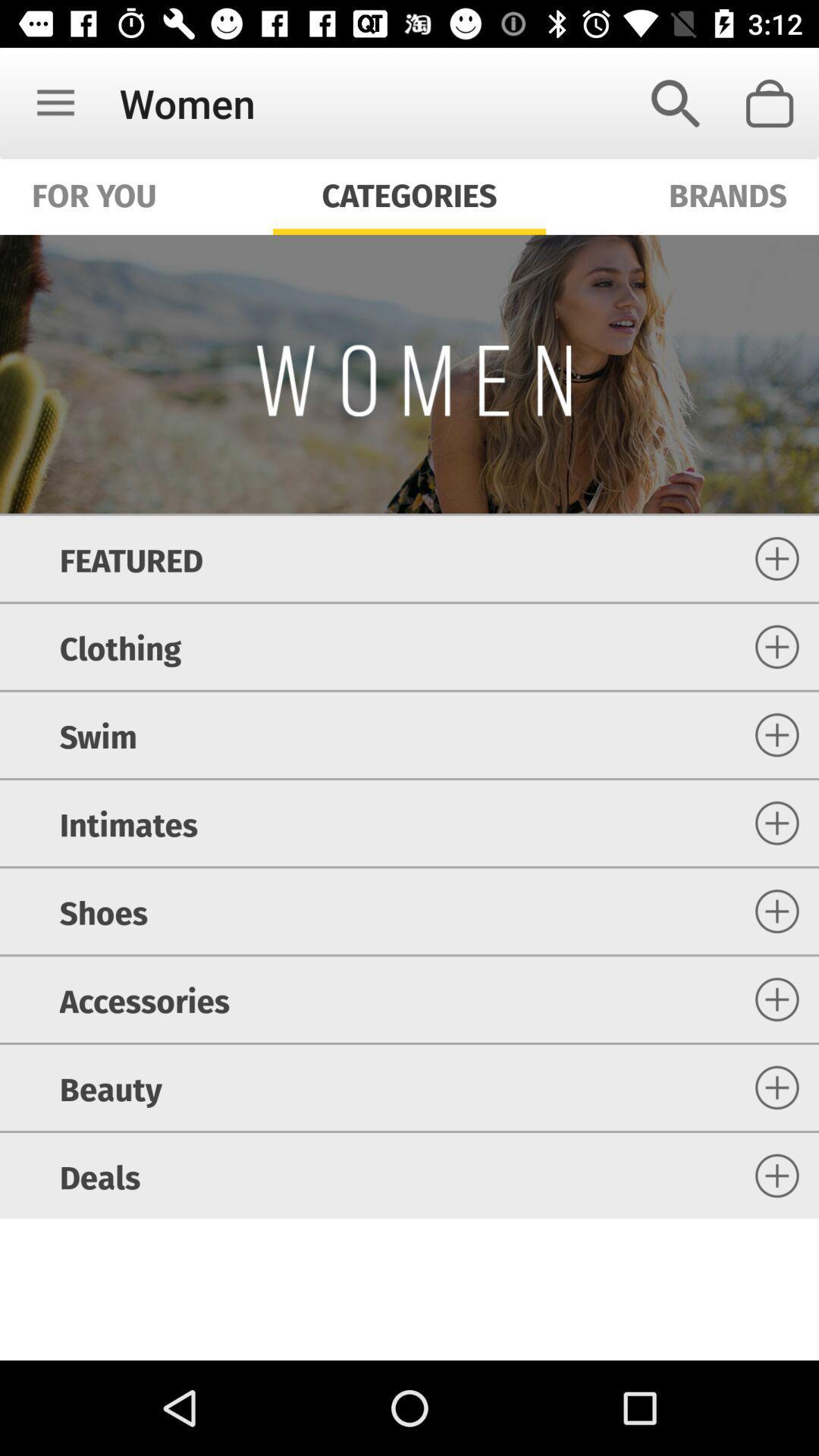 Image resolution: width=819 pixels, height=1456 pixels. Describe the element at coordinates (130, 557) in the screenshot. I see `the item above the clothing` at that location.